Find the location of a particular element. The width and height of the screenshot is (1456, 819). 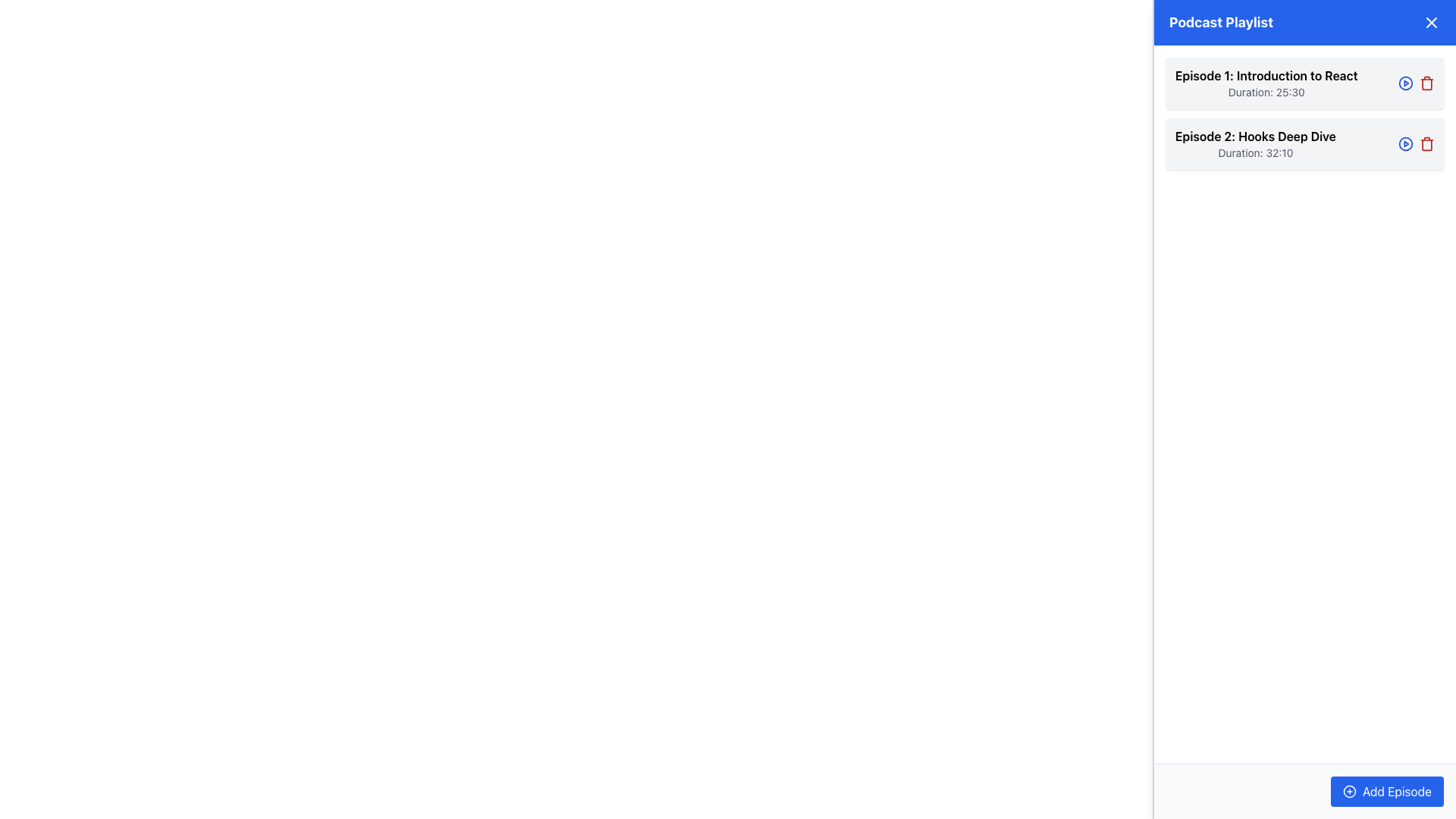

the close button for the 'Podcast Playlist' section, located at the top-right corner of the blue header bar is located at coordinates (1430, 23).